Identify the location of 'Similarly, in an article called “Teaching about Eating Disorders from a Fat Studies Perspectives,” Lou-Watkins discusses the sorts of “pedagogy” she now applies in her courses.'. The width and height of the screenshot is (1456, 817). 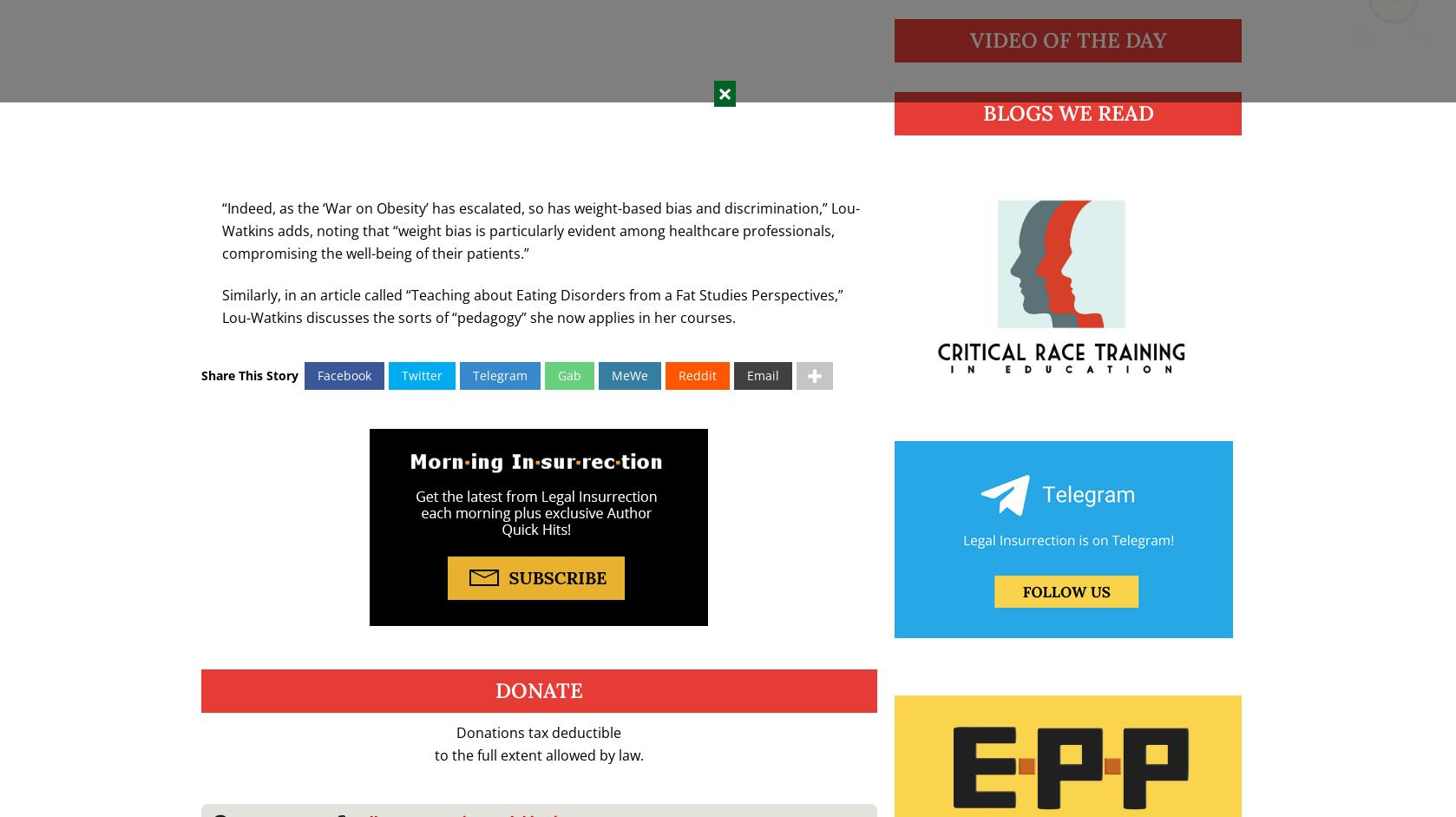
(530, 306).